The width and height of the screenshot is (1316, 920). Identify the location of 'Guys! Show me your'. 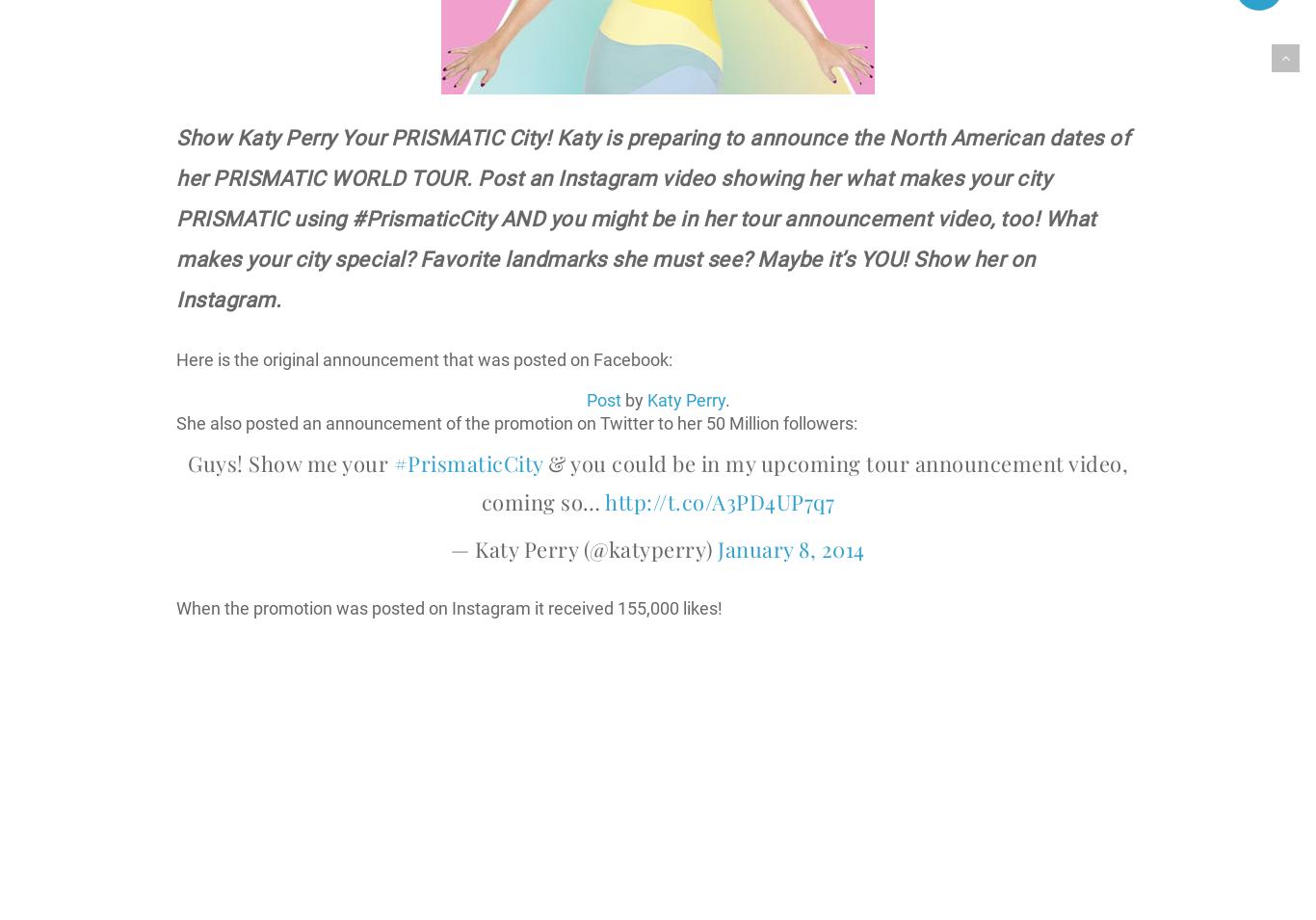
(290, 463).